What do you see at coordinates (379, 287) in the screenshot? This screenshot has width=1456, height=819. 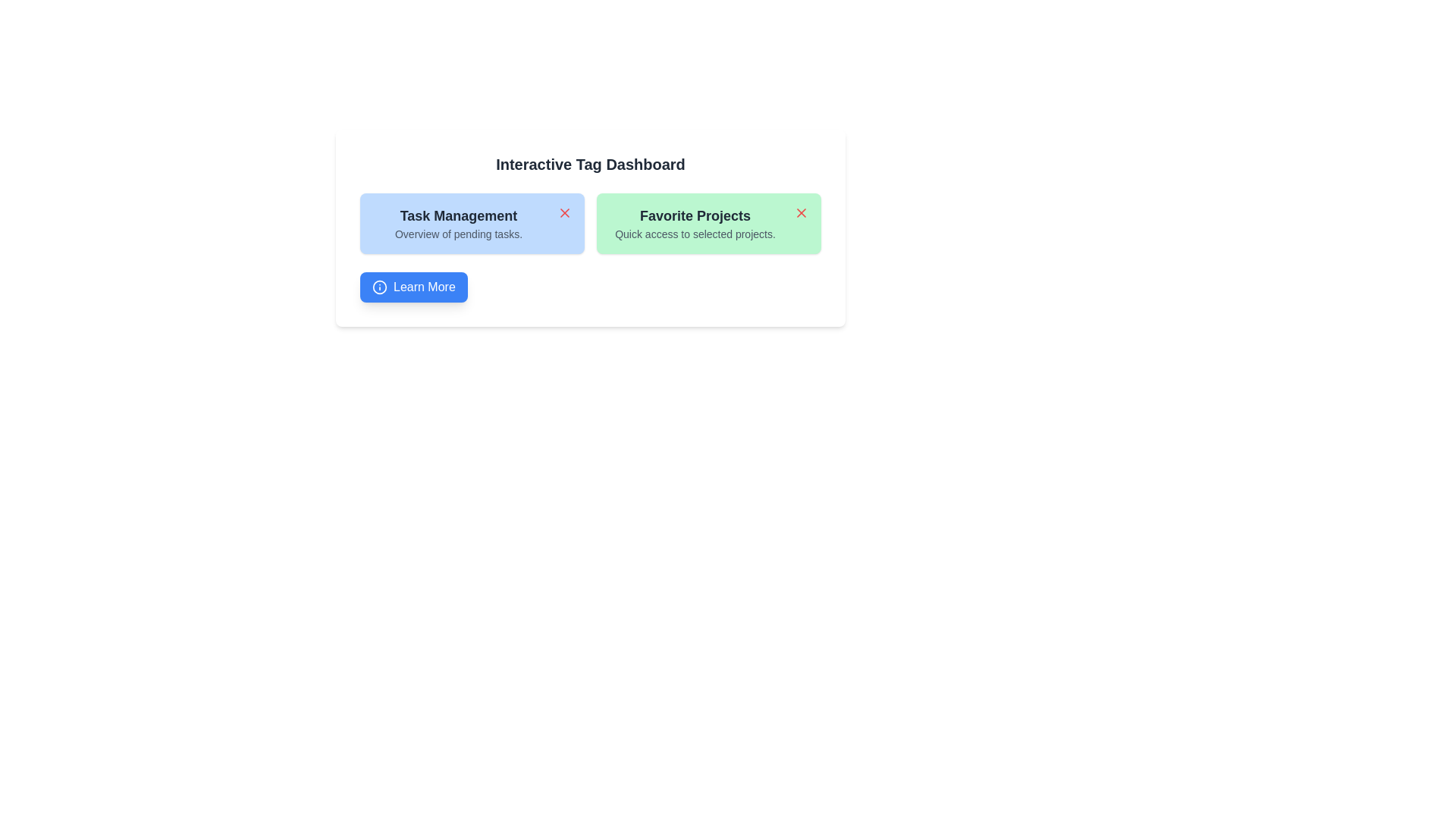 I see `the circular icon that serves as a visual cue for the 'Learn More' button by clicking on it` at bounding box center [379, 287].